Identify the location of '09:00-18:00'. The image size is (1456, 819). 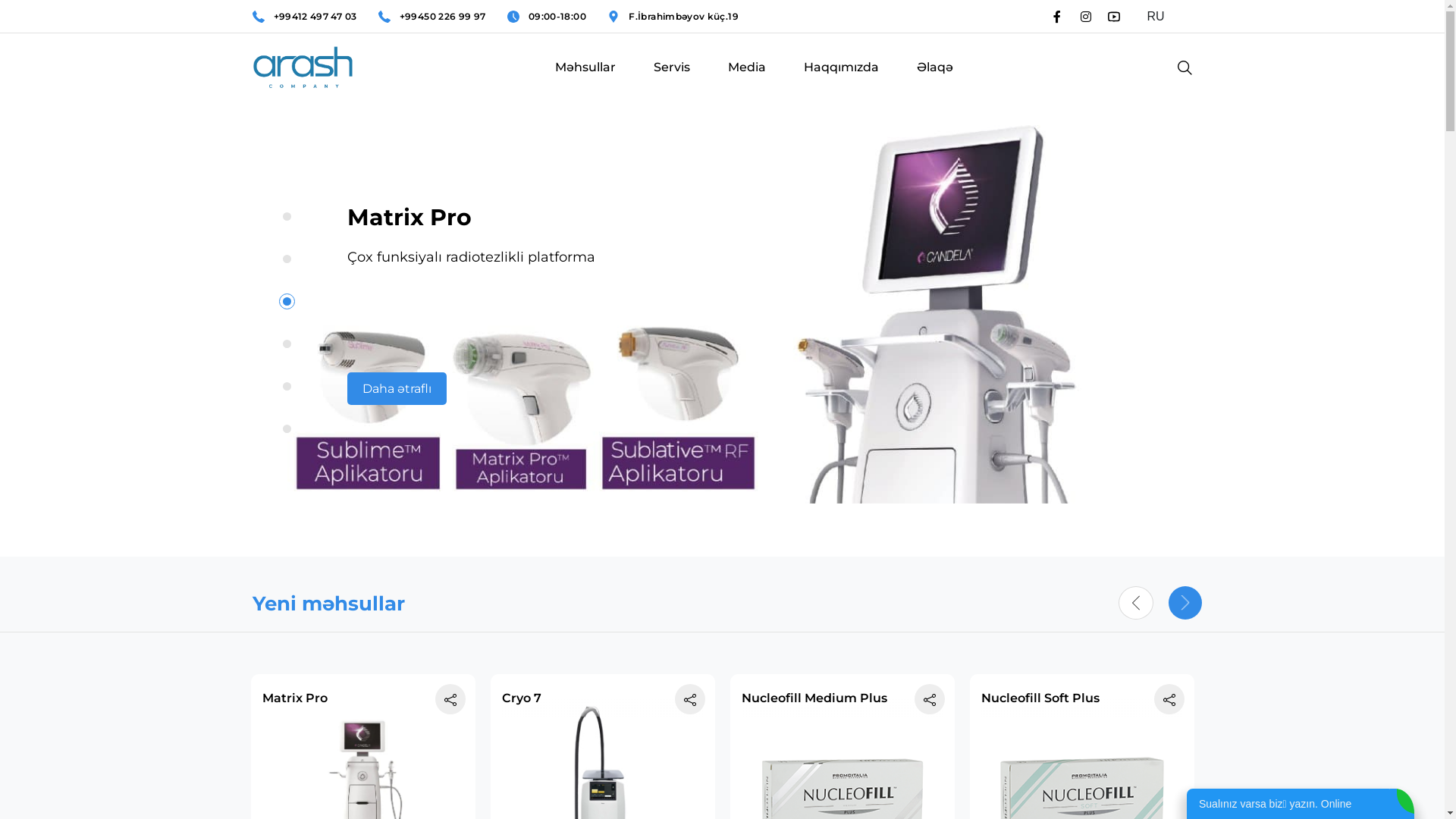
(556, 17).